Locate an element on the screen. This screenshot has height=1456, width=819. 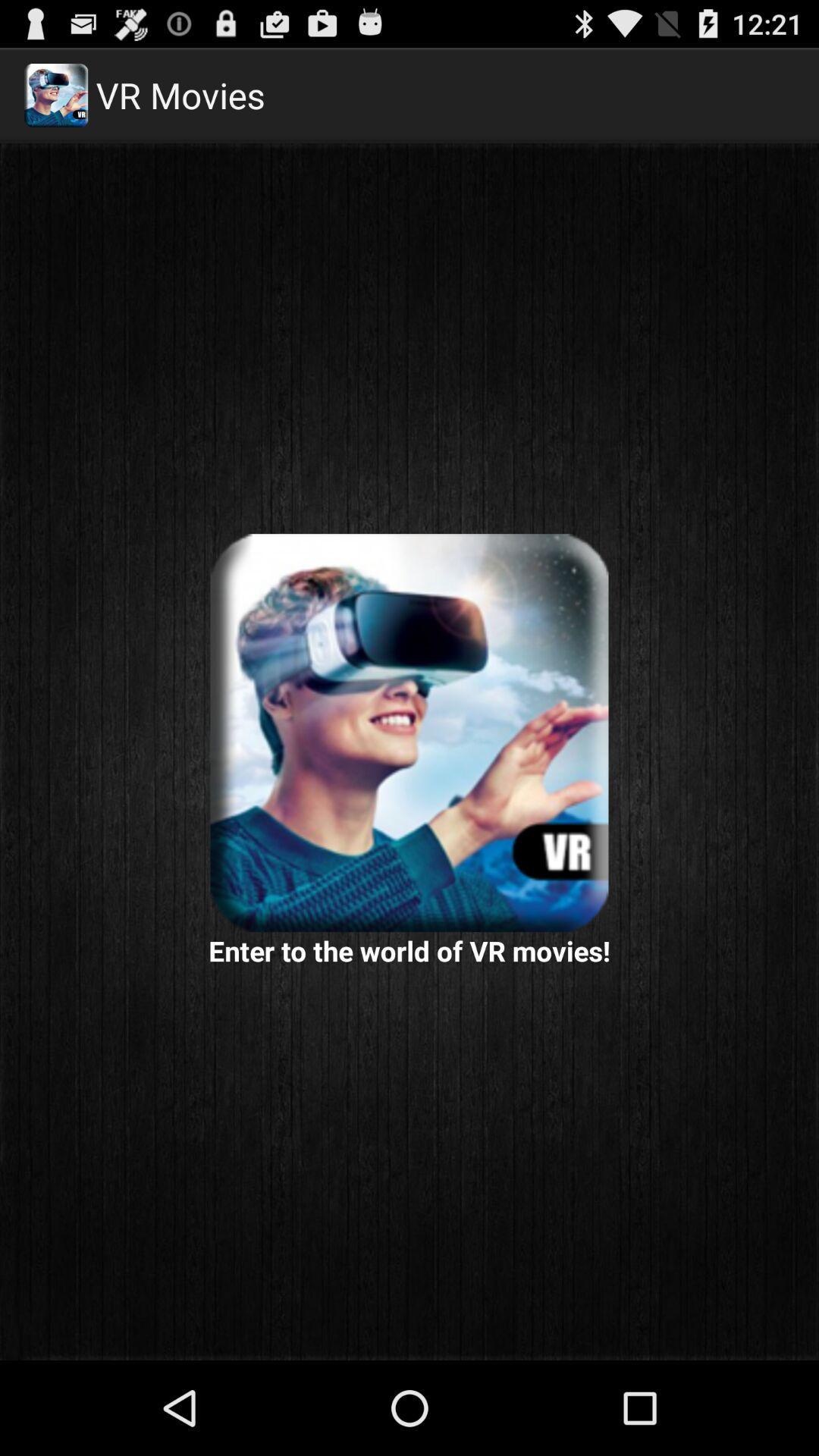
app above the enter to the item is located at coordinates (409, 733).